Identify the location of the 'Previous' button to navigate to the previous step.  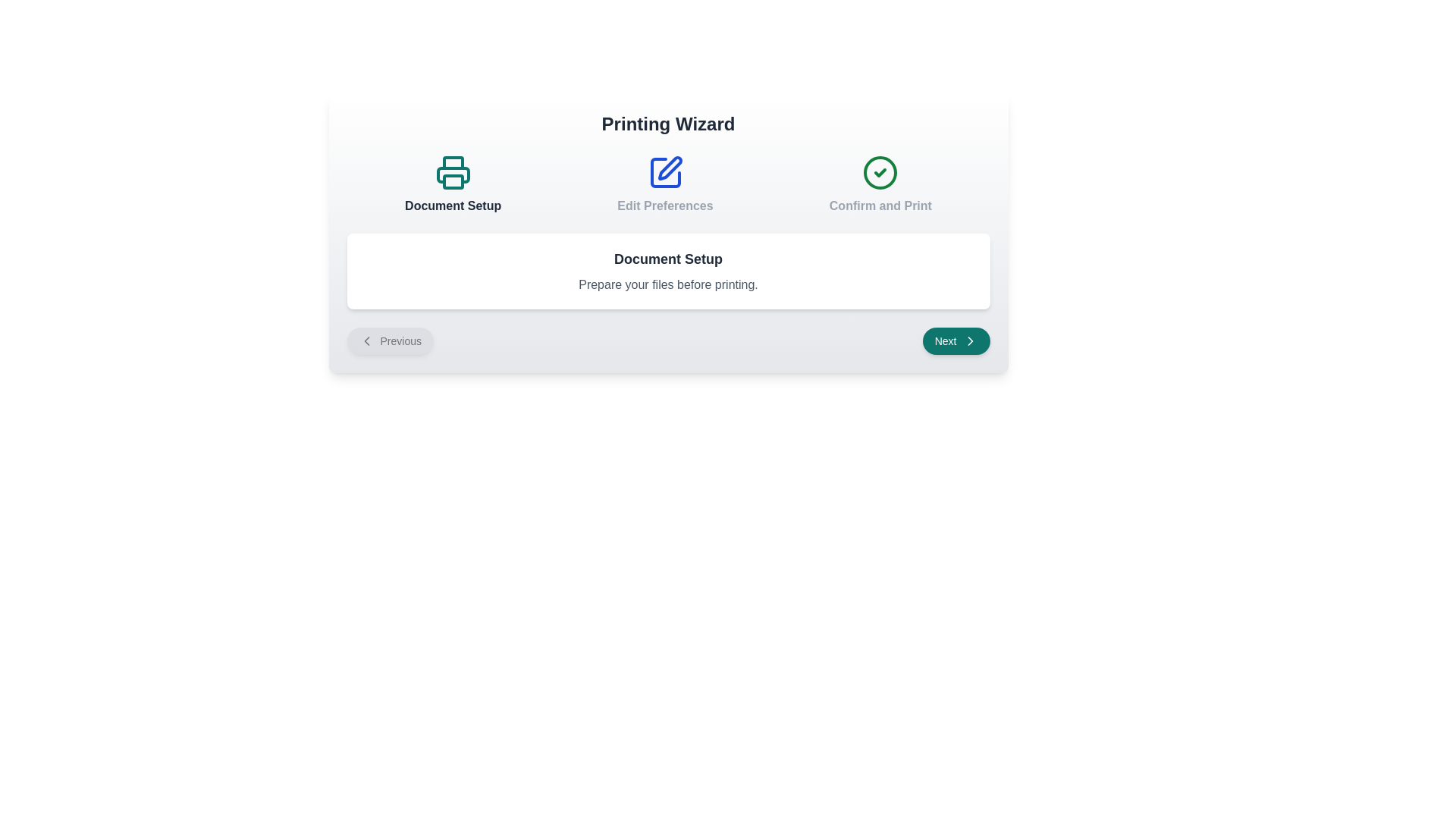
(390, 341).